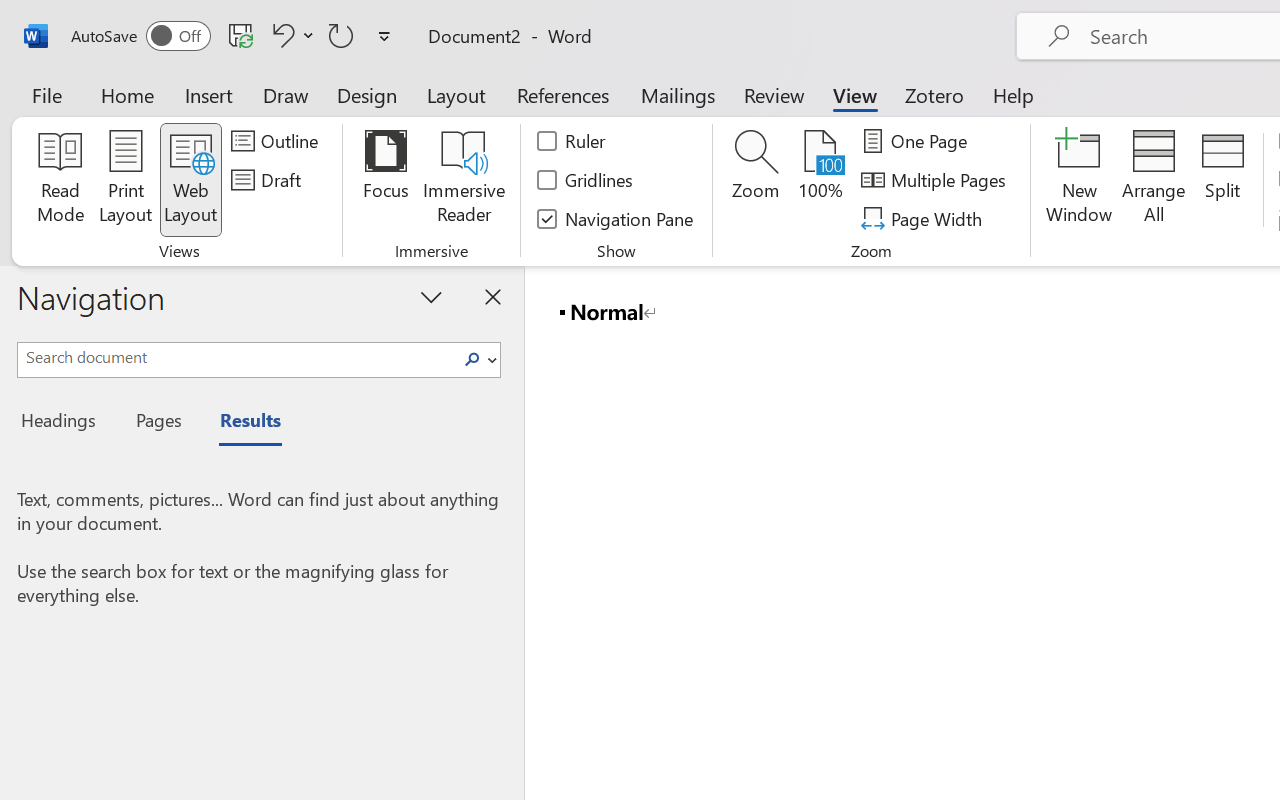  What do you see at coordinates (209, 94) in the screenshot?
I see `'Insert'` at bounding box center [209, 94].